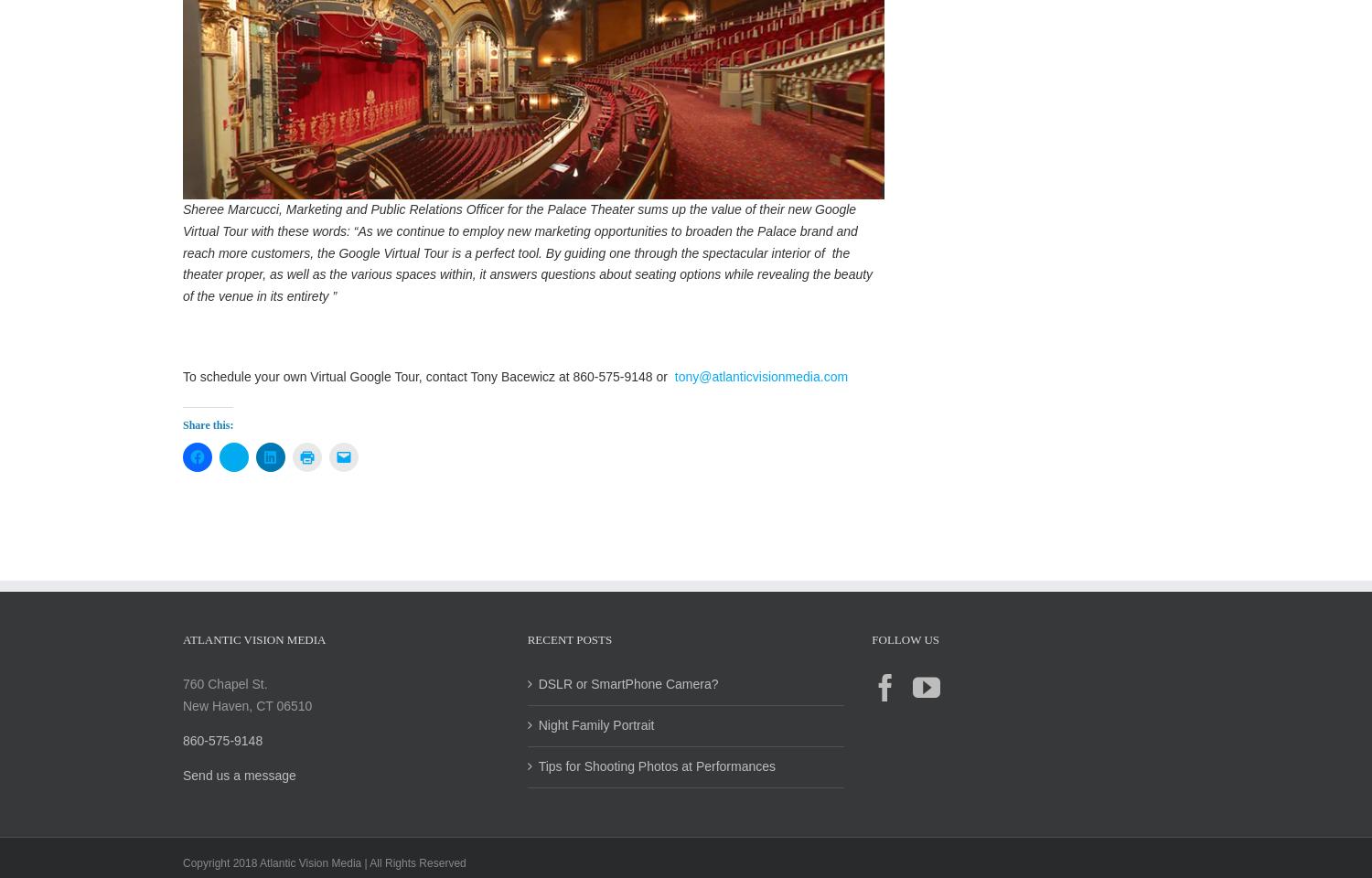  I want to click on 'tony@atlanticvisionmedia.com', so click(757, 395).